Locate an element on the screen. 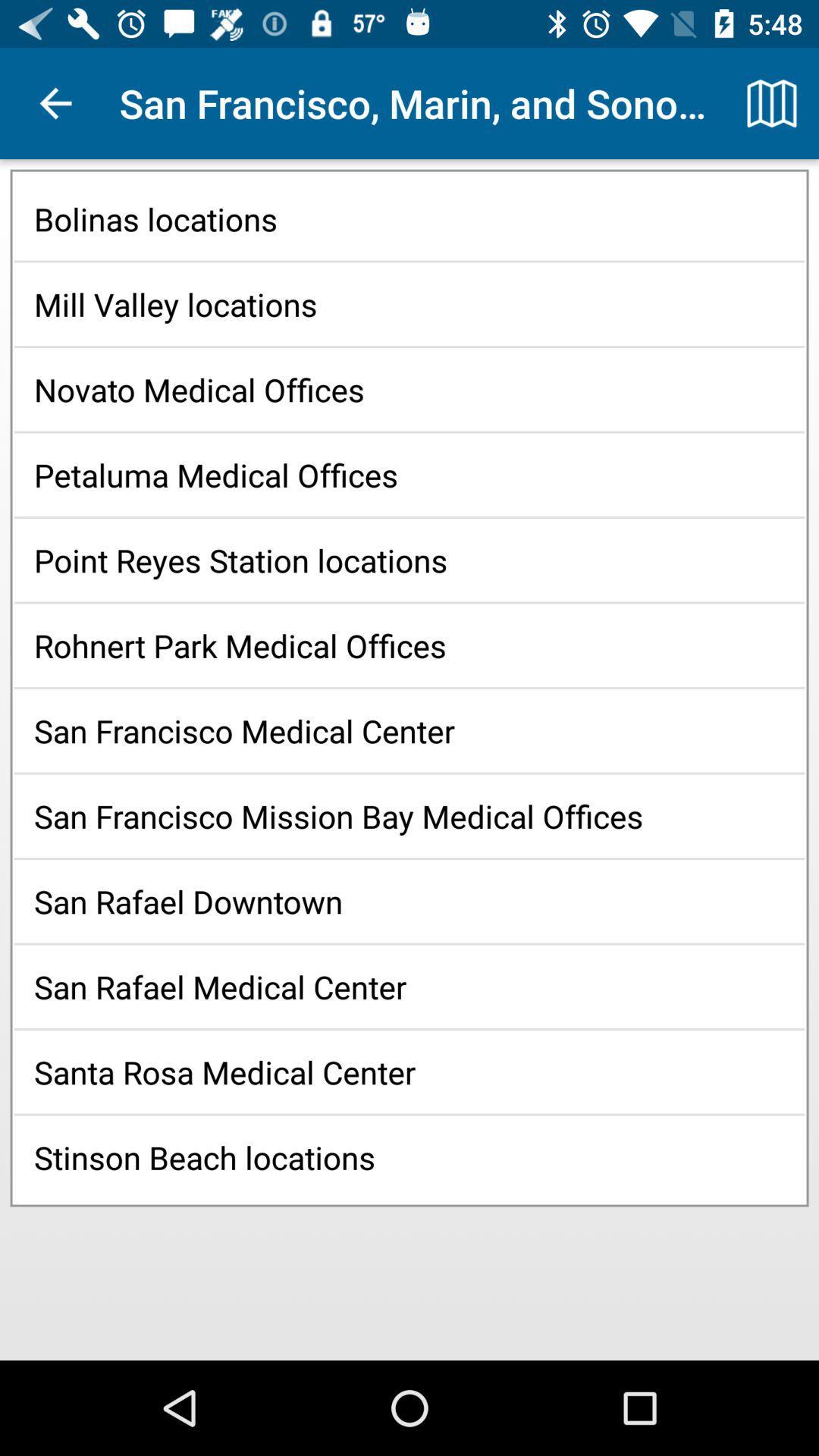 Image resolution: width=819 pixels, height=1456 pixels. the novato medical offices item is located at coordinates (409, 389).